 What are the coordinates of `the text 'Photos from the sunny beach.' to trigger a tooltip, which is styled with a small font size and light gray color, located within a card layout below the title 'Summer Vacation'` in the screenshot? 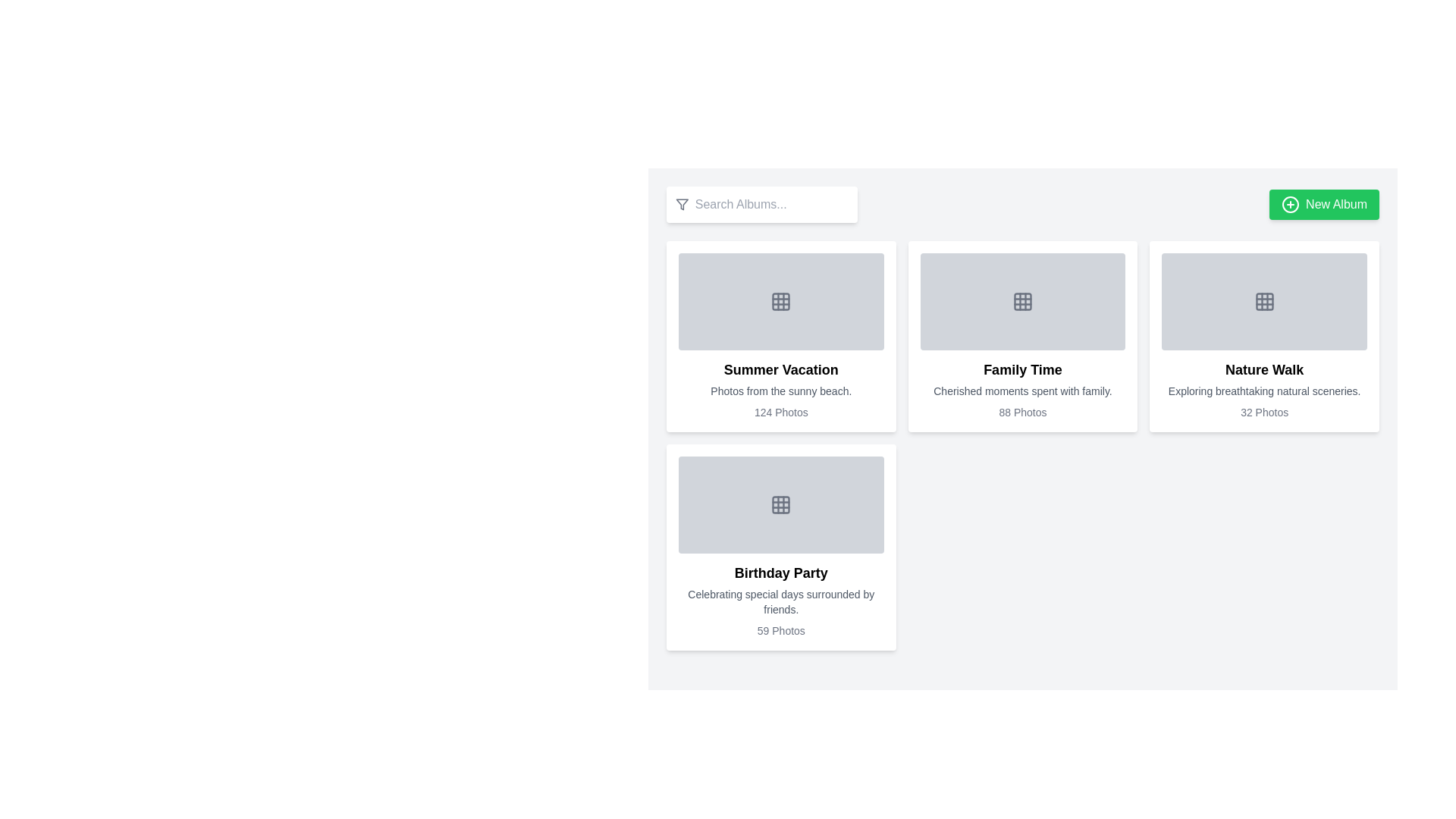 It's located at (781, 391).